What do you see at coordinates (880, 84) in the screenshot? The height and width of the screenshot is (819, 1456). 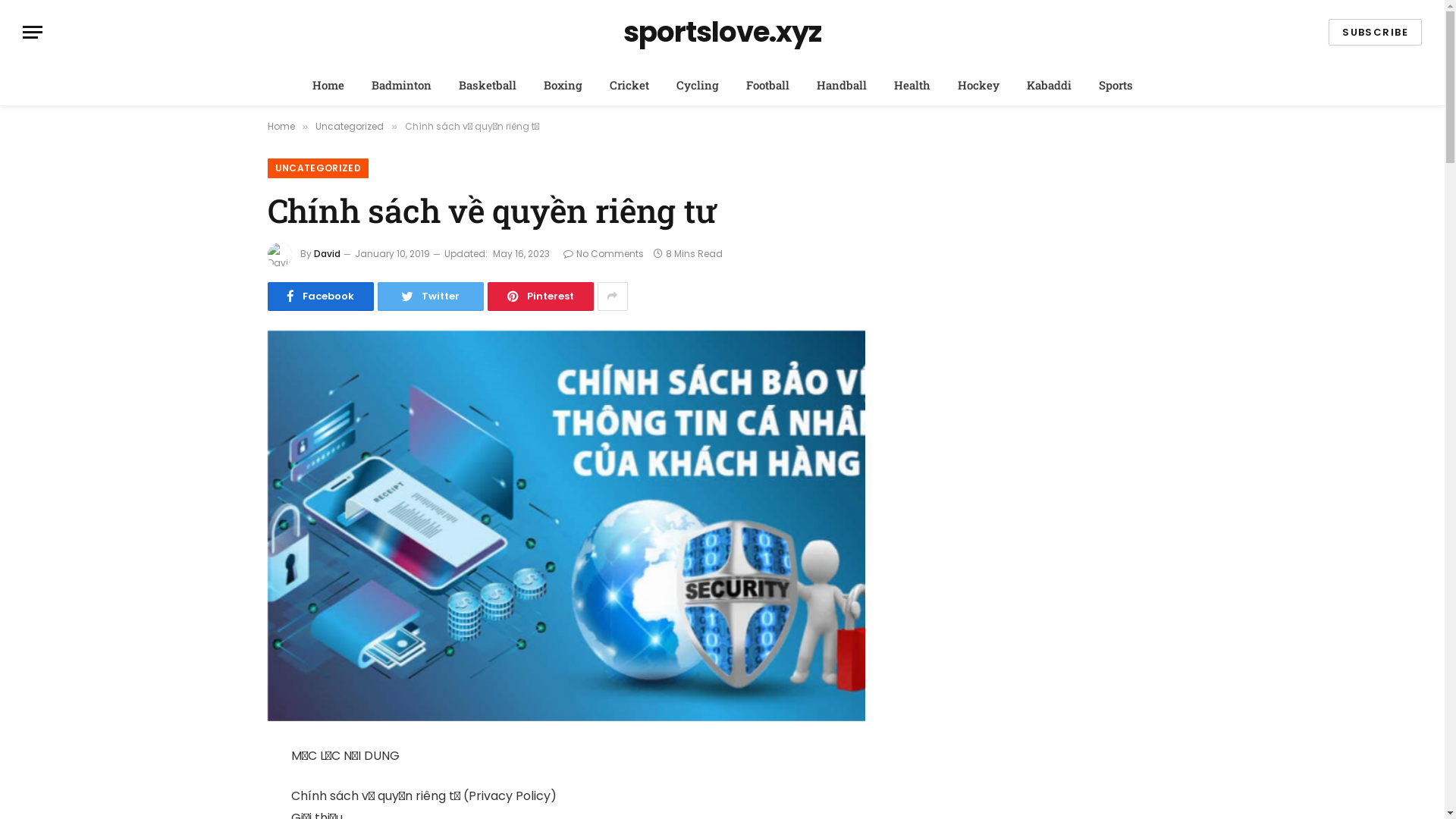 I see `'Health'` at bounding box center [880, 84].